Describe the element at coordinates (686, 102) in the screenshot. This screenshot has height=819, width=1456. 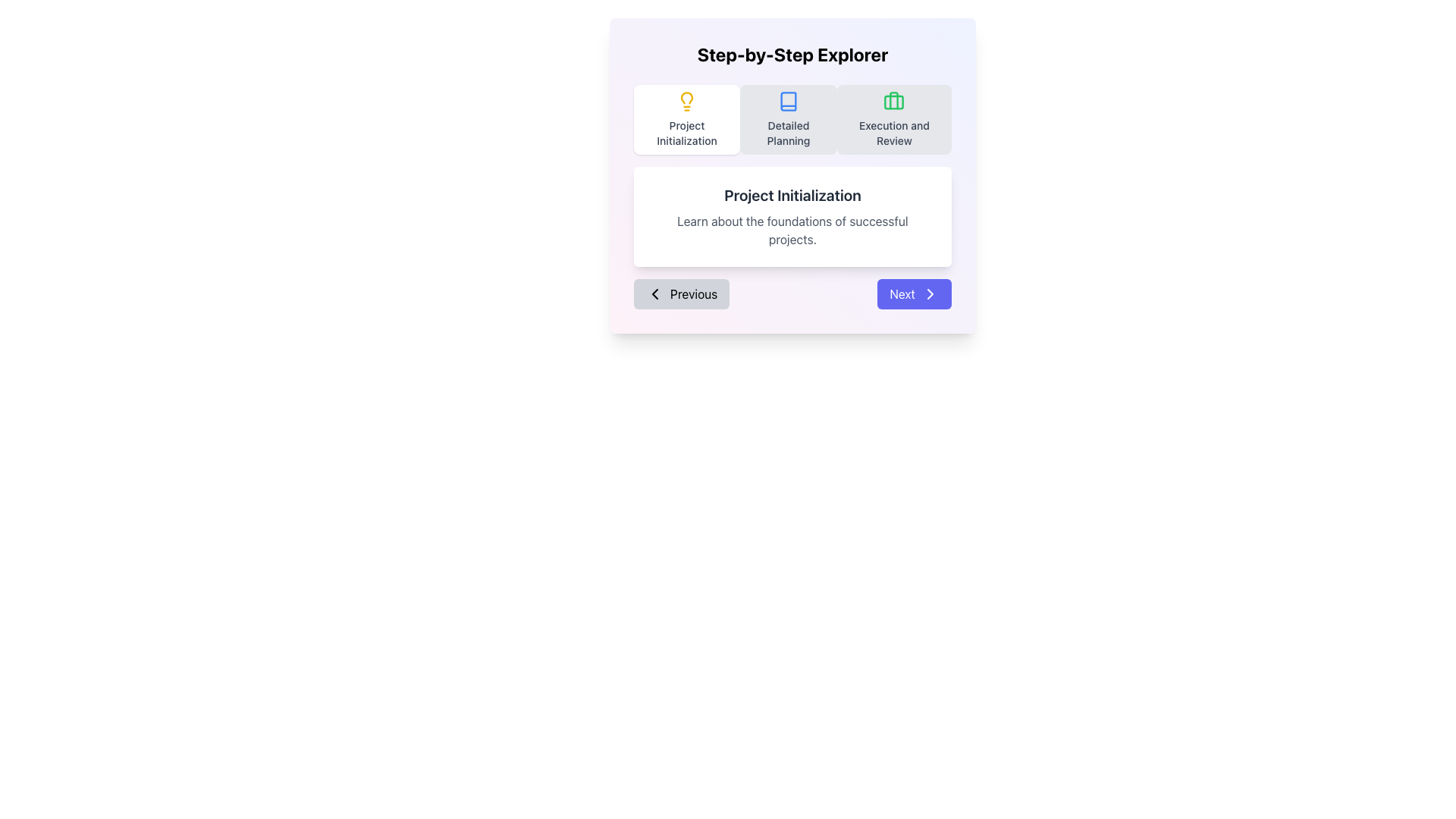
I see `the lightbulb icon located above the 'Project Initialization' text in the card-like UI element` at that location.